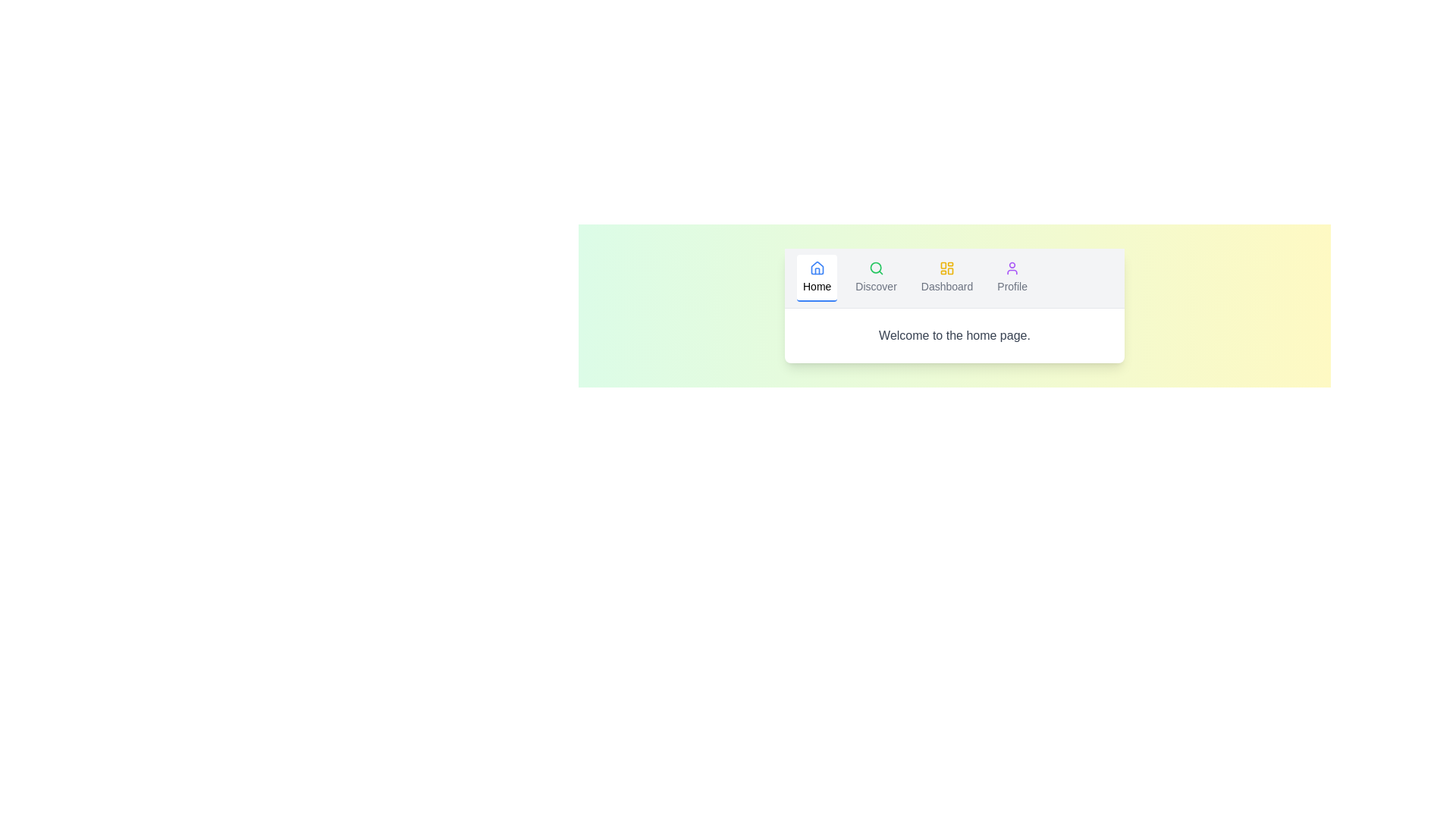  Describe the element at coordinates (876, 278) in the screenshot. I see `the Discover tab to display its content` at that location.